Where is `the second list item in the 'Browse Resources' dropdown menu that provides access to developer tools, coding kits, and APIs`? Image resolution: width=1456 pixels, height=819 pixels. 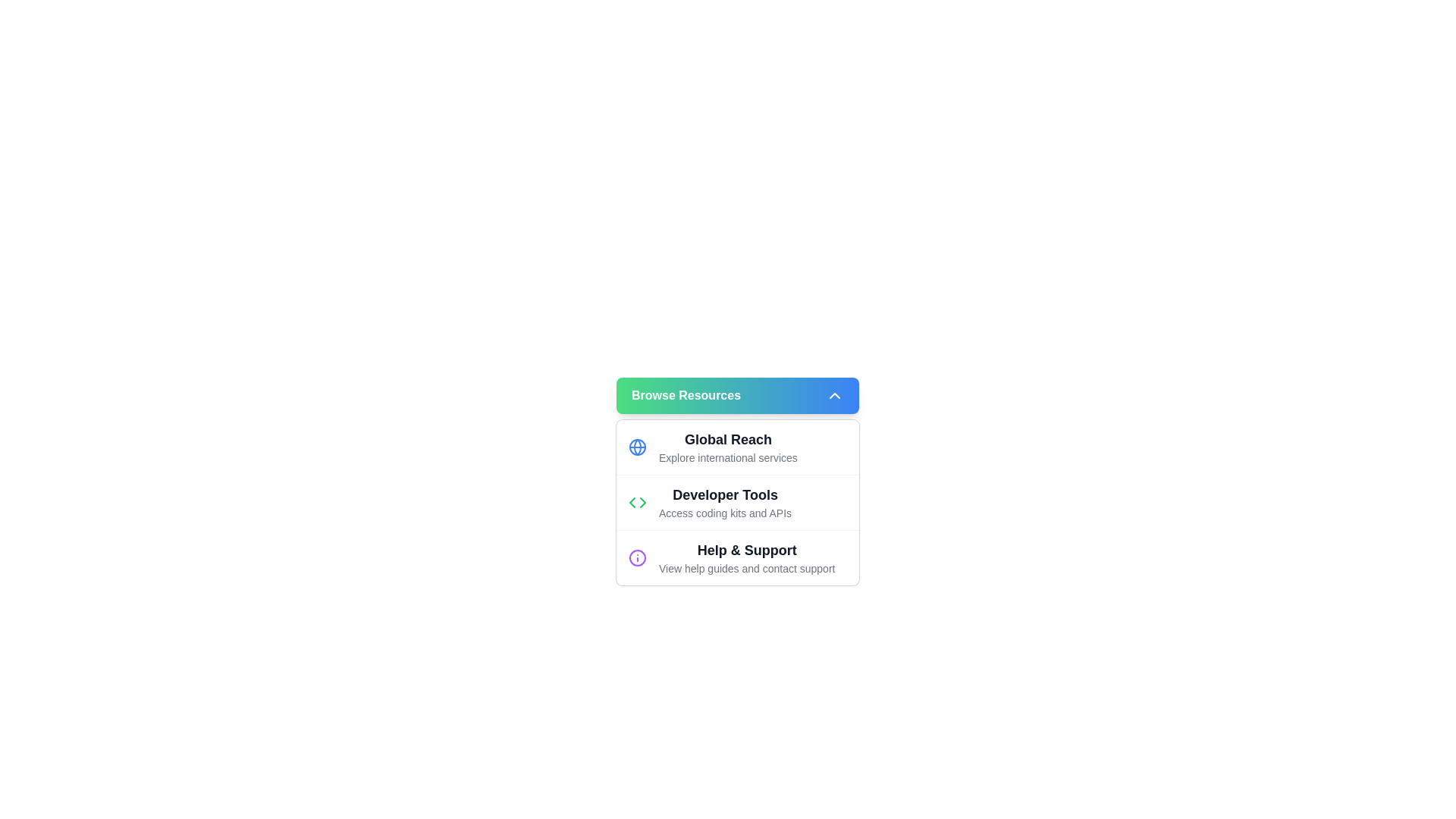 the second list item in the 'Browse Resources' dropdown menu that provides access to developer tools, coding kits, and APIs is located at coordinates (738, 502).